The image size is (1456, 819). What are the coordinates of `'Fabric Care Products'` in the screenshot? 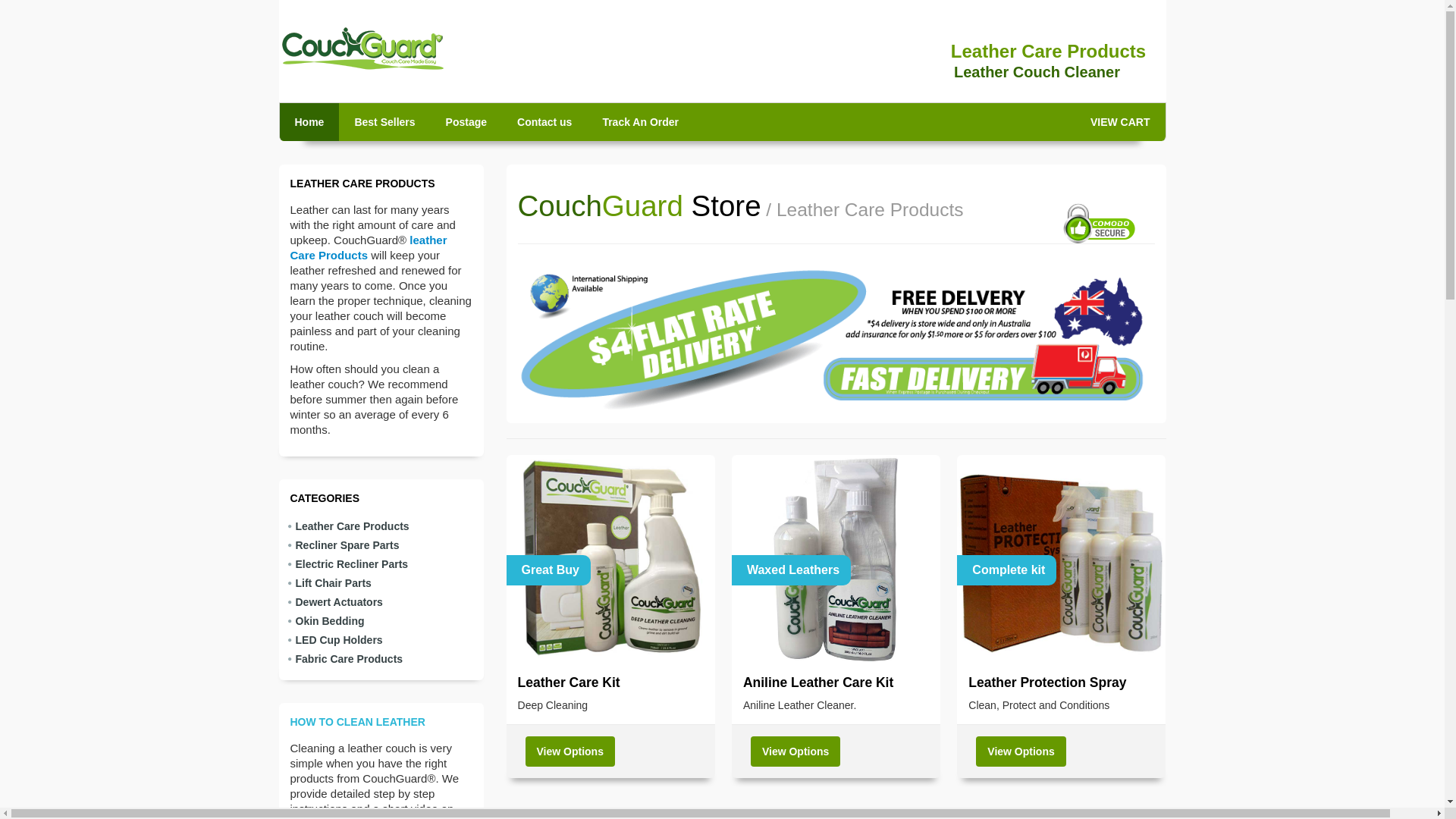 It's located at (386, 658).